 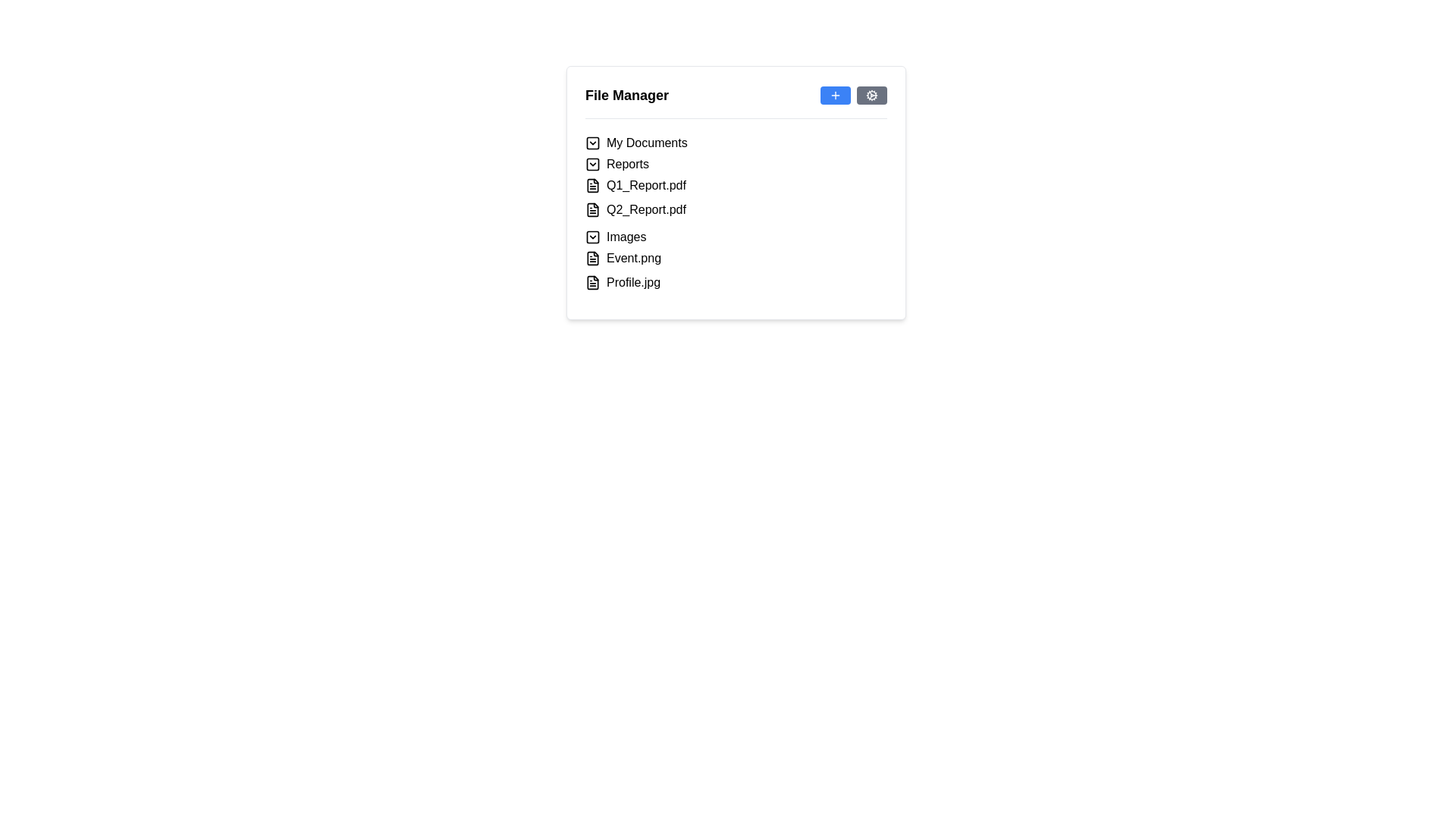 I want to click on the label for 'Q1_Report.pdf' located under the 'Reports' section, so click(x=646, y=185).